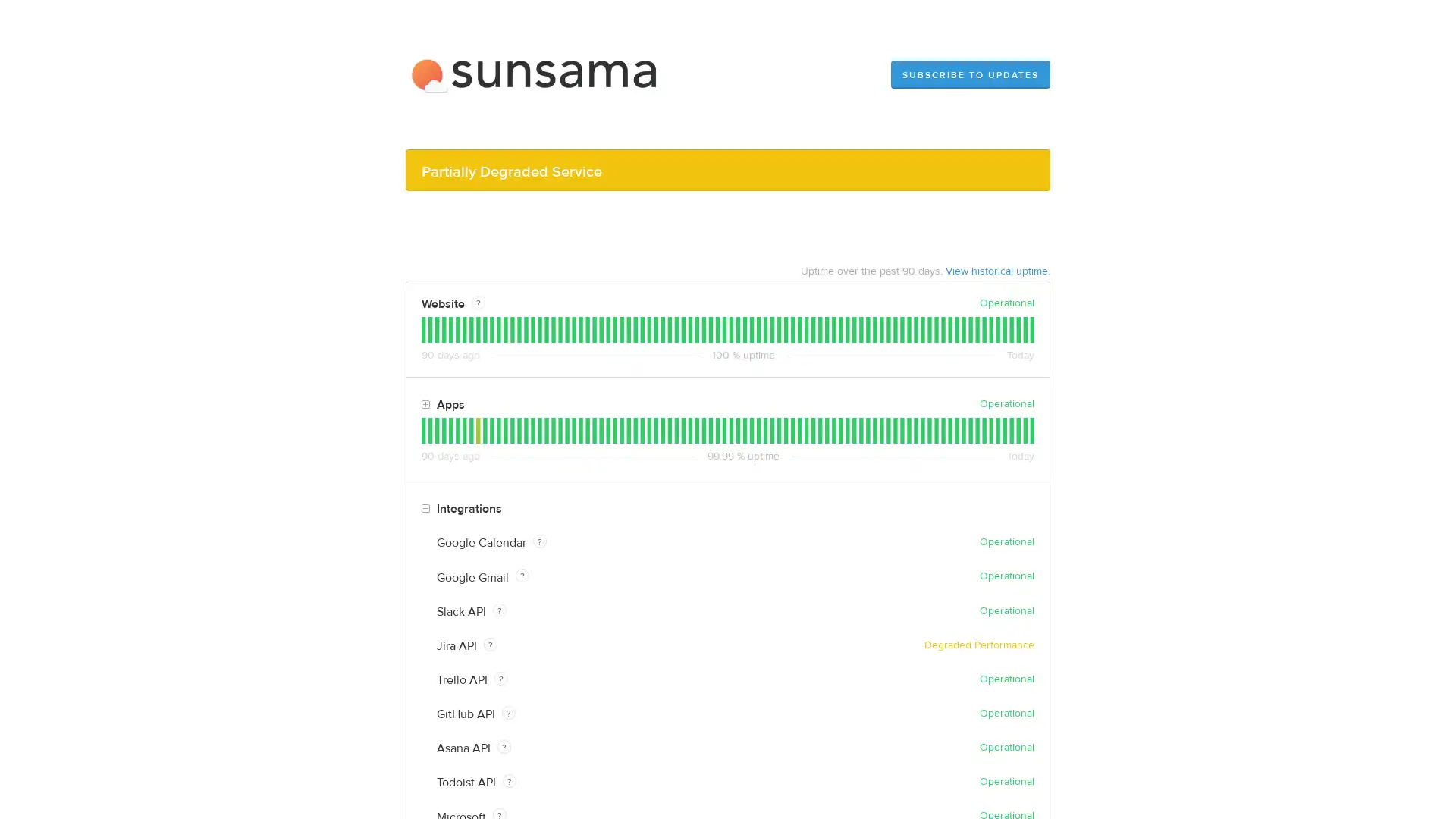 Image resolution: width=1456 pixels, height=819 pixels. I want to click on Toggle Apps, so click(425, 403).